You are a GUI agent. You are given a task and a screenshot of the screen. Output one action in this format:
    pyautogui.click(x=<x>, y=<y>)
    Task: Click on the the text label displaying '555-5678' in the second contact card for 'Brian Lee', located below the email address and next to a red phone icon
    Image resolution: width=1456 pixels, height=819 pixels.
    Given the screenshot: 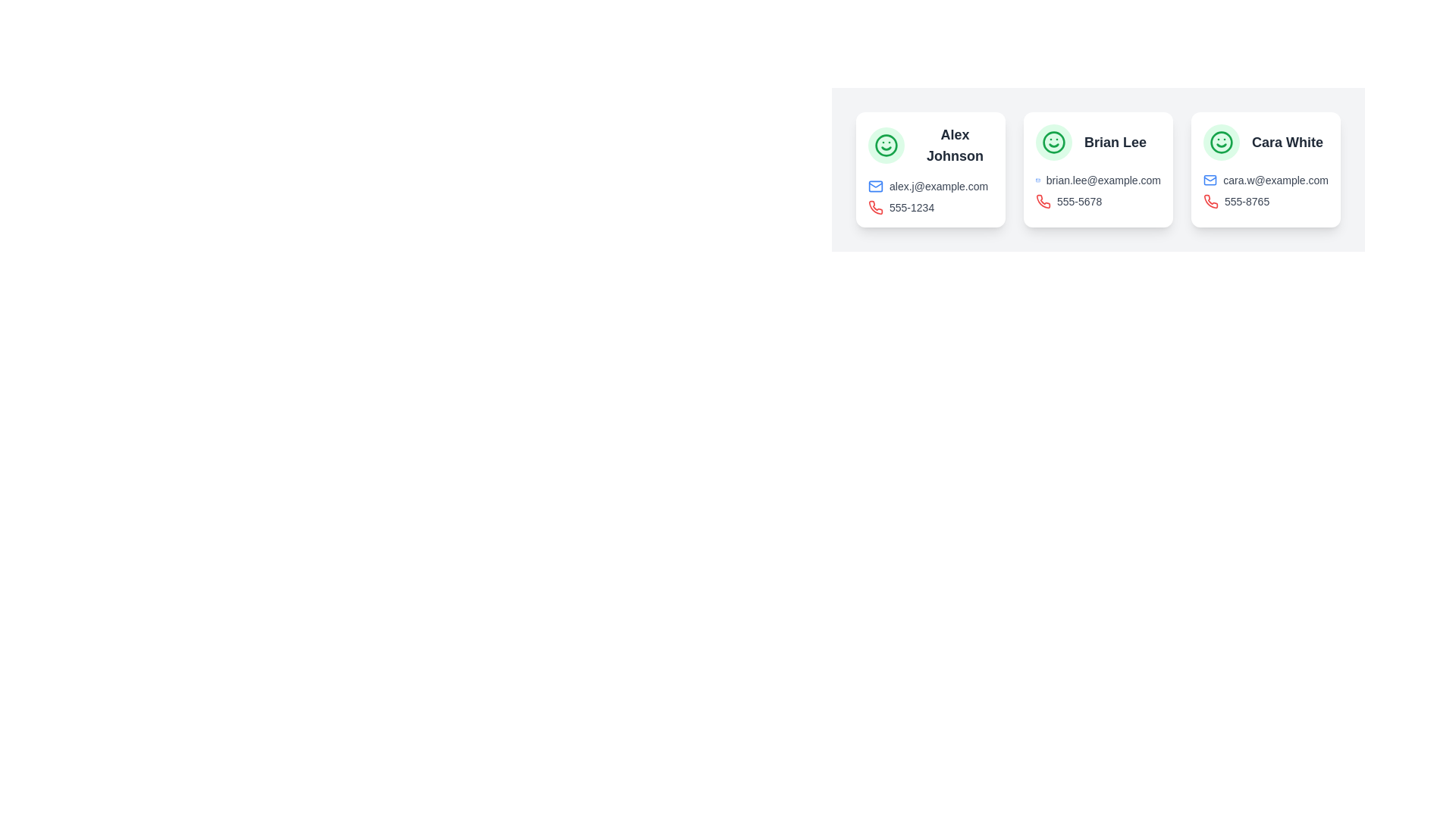 What is the action you would take?
    pyautogui.click(x=1078, y=201)
    